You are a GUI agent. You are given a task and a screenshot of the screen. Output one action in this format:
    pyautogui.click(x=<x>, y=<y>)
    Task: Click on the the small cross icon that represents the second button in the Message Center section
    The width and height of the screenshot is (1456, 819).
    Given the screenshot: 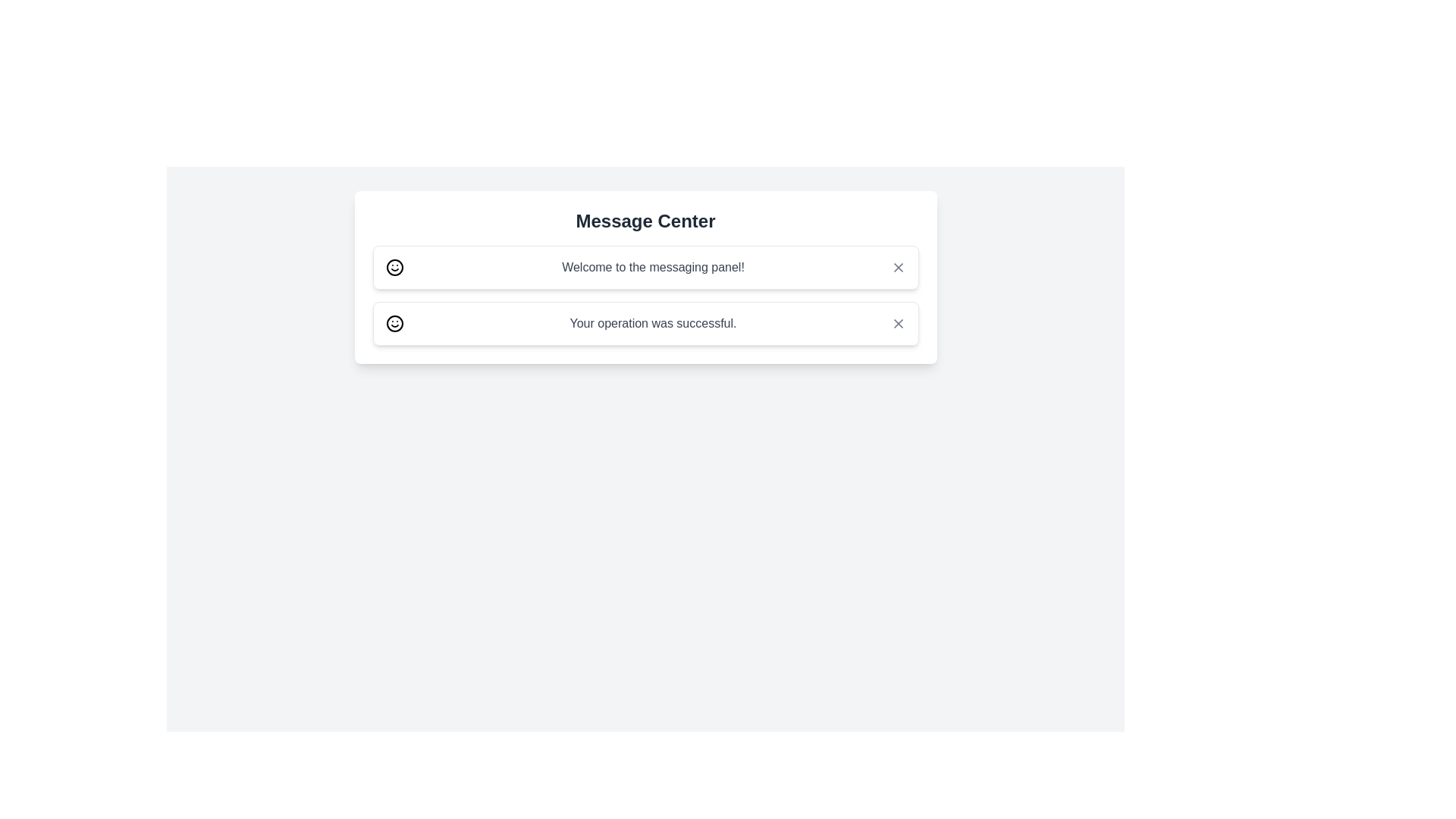 What is the action you would take?
    pyautogui.click(x=898, y=323)
    